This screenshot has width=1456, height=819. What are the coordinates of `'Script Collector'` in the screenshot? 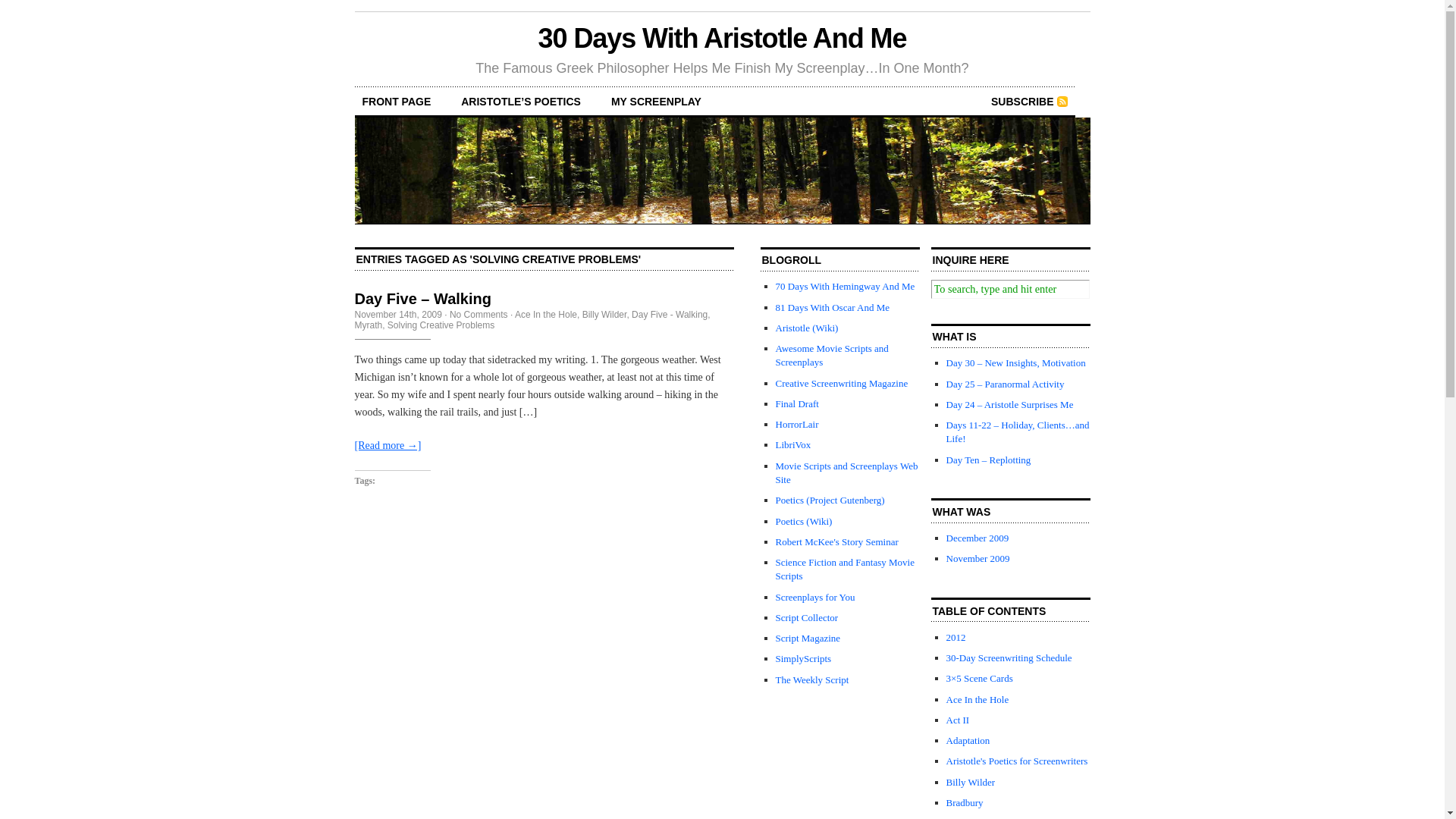 It's located at (775, 617).